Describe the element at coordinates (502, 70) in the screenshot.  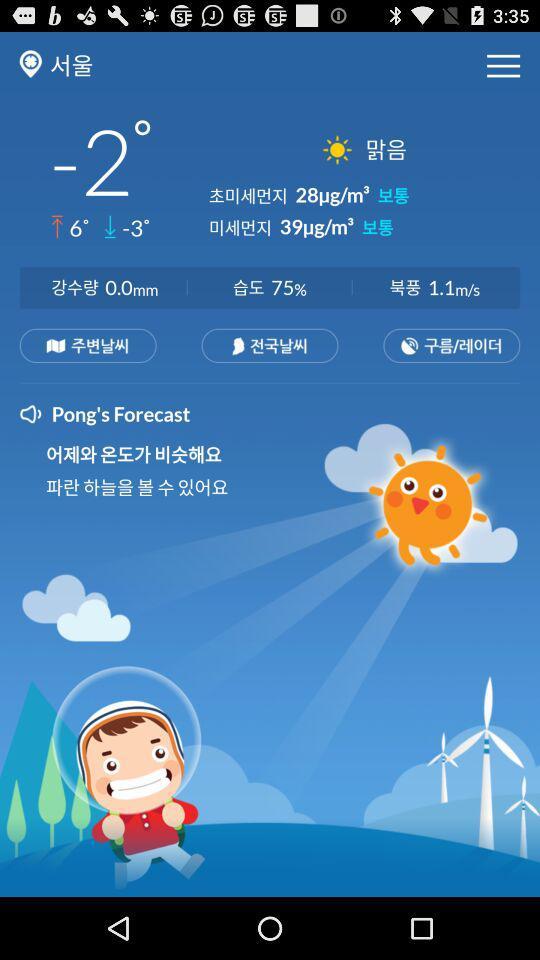
I see `the menu icon` at that location.